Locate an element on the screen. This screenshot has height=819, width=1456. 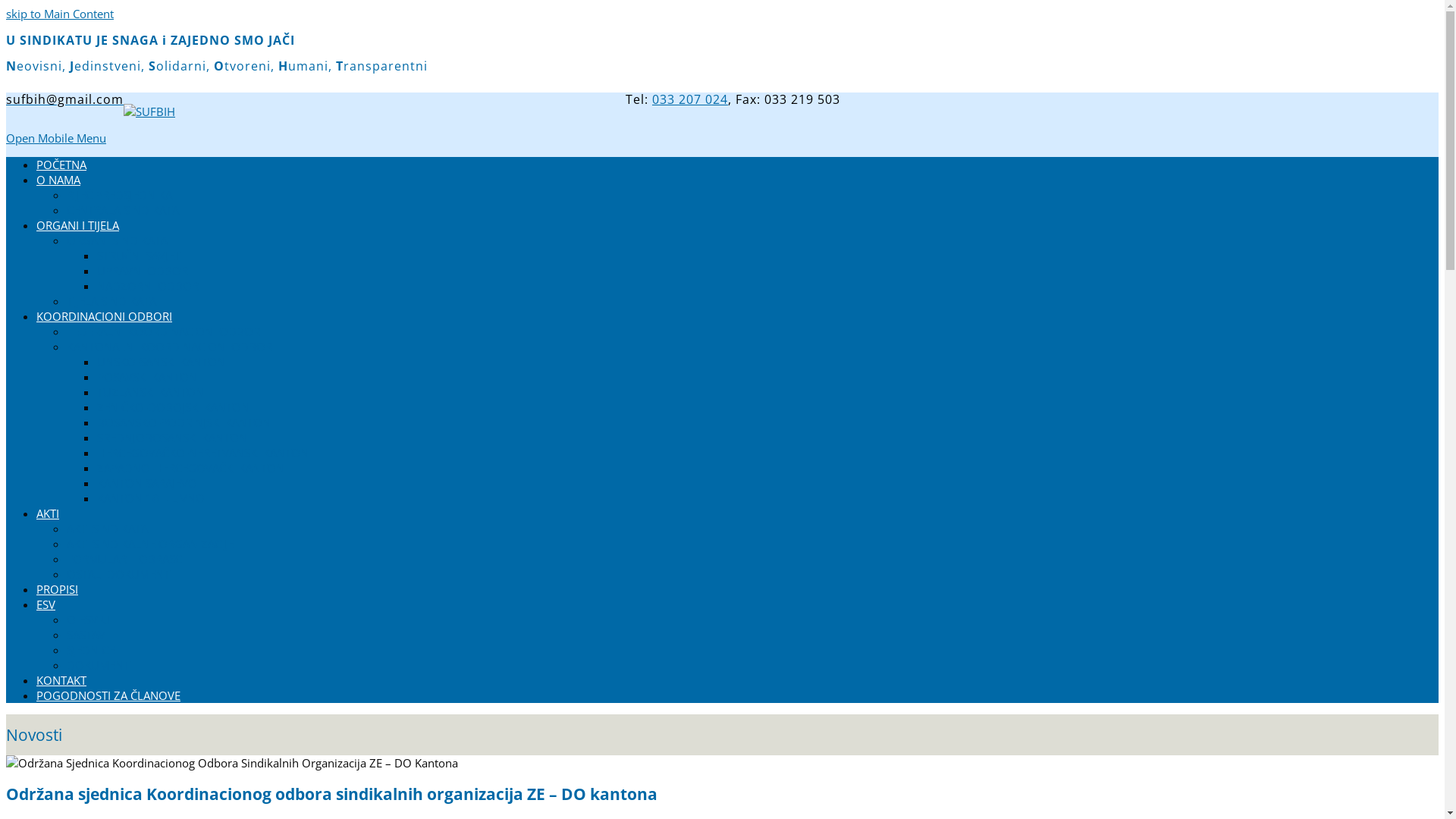
'PROPISI' is located at coordinates (57, 588).